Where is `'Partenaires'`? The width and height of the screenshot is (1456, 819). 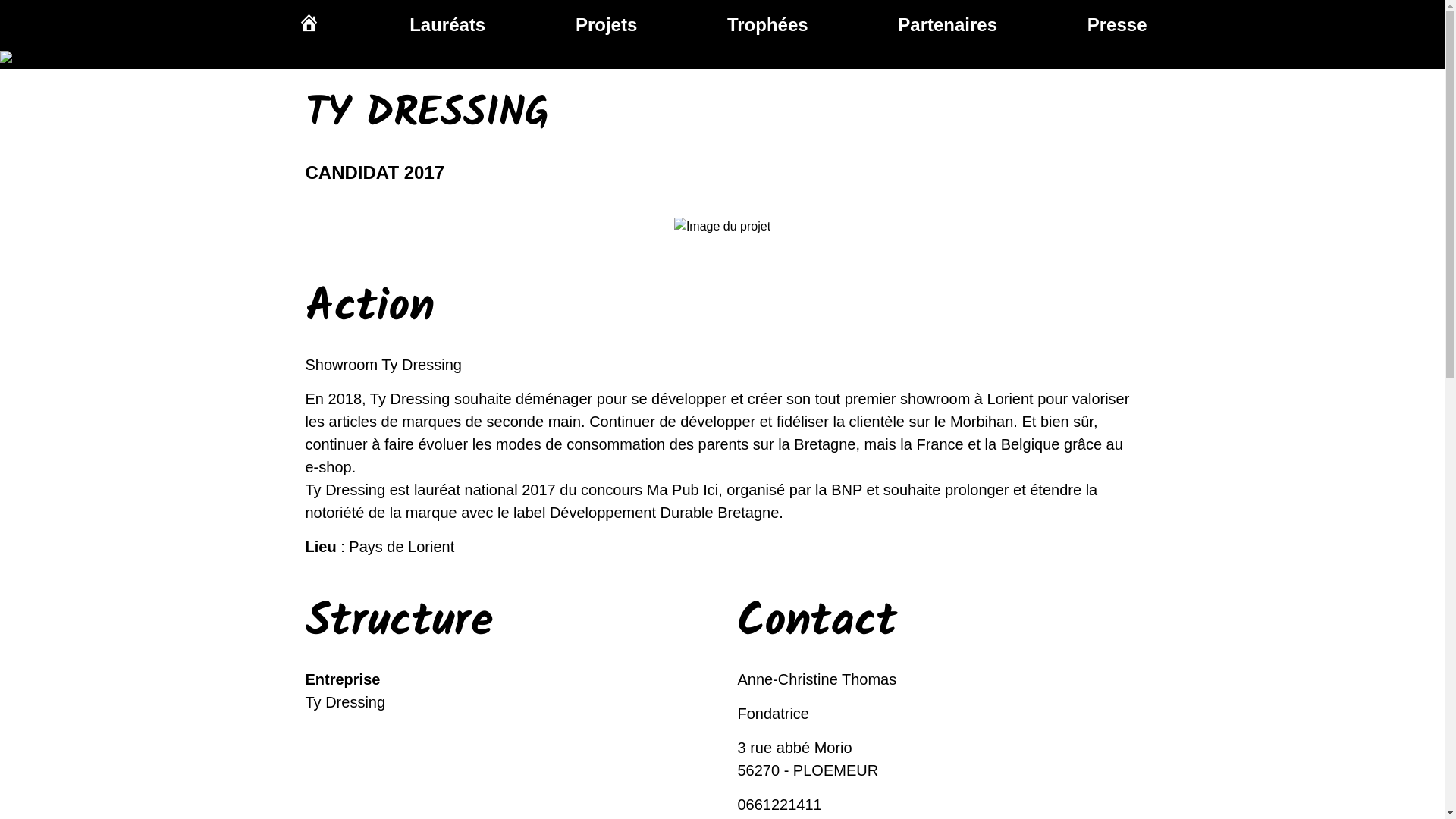
'Partenaires' is located at coordinates (898, 24).